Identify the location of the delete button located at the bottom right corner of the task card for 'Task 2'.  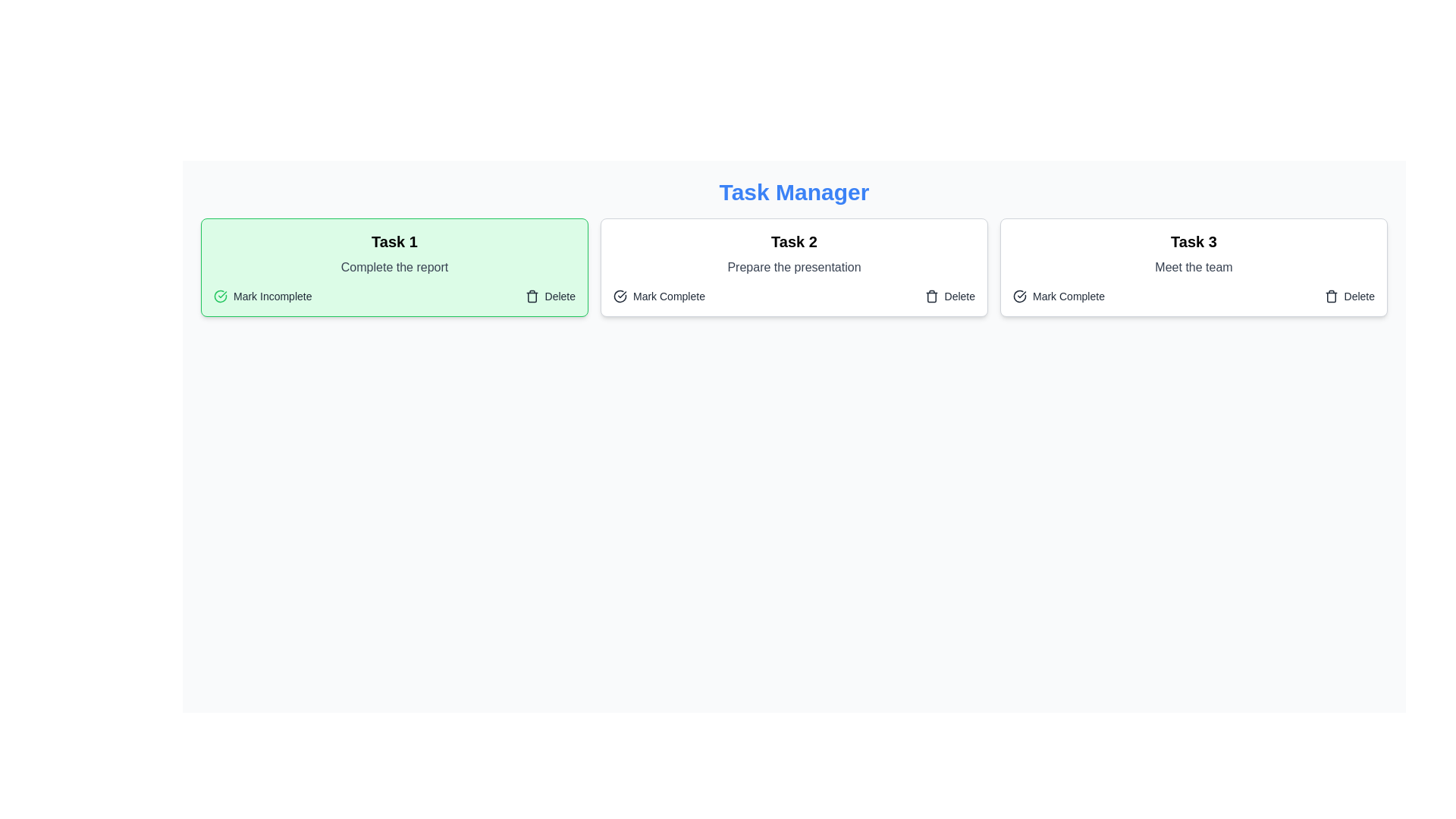
(949, 296).